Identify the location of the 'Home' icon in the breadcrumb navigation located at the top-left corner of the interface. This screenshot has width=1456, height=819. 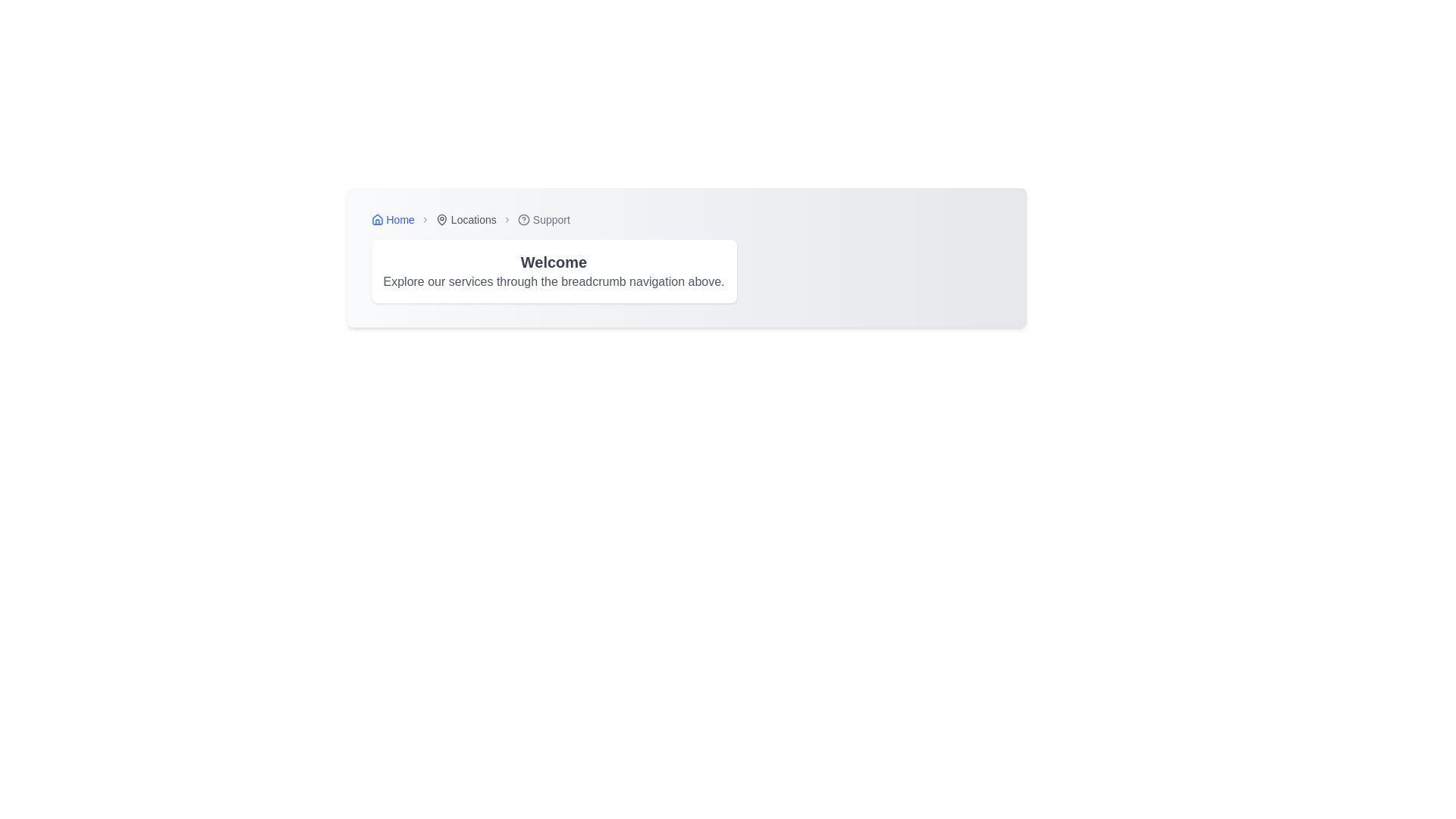
(377, 219).